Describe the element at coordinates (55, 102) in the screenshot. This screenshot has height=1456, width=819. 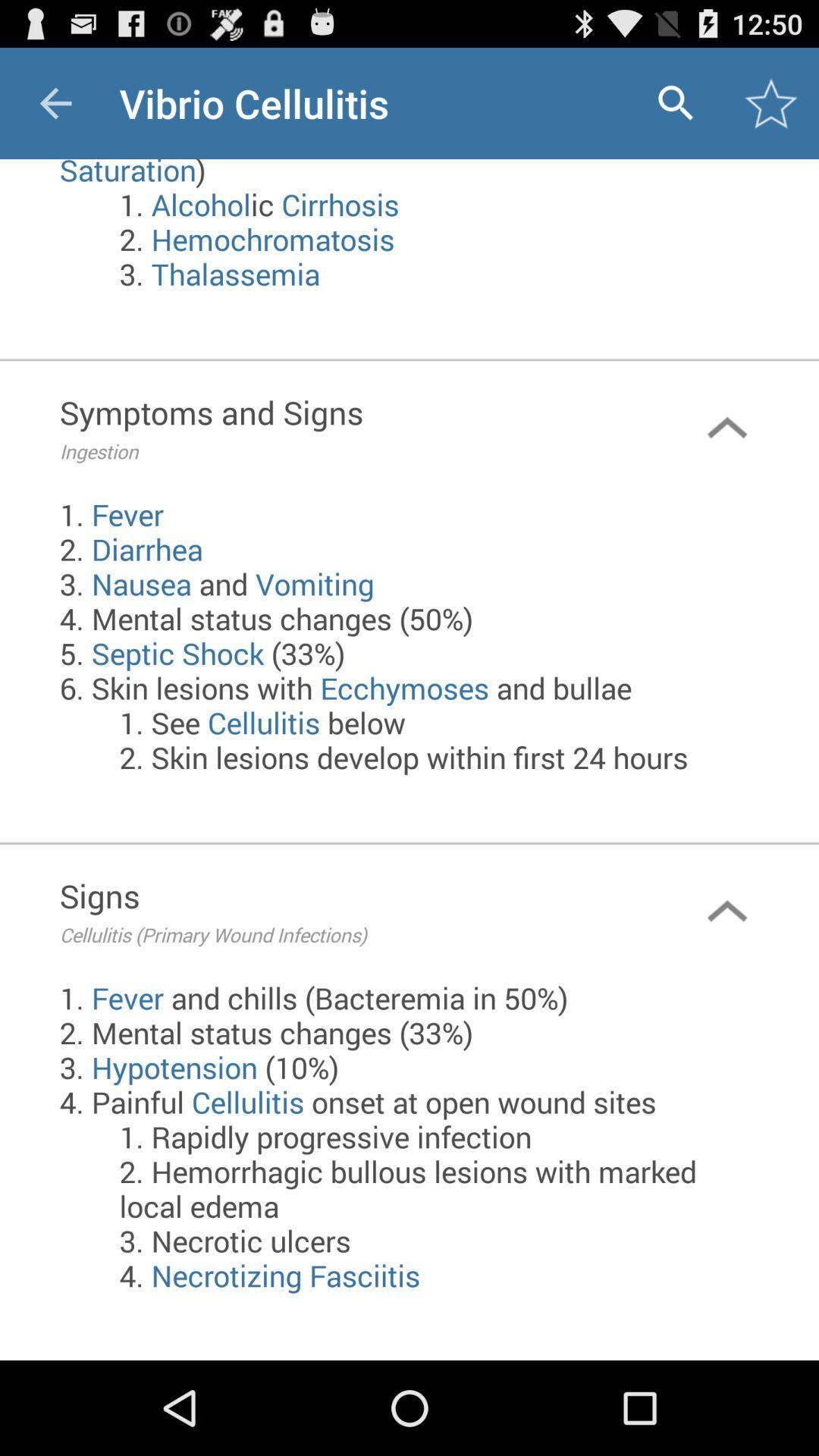
I see `item to the left of vibrio cellulitis` at that location.